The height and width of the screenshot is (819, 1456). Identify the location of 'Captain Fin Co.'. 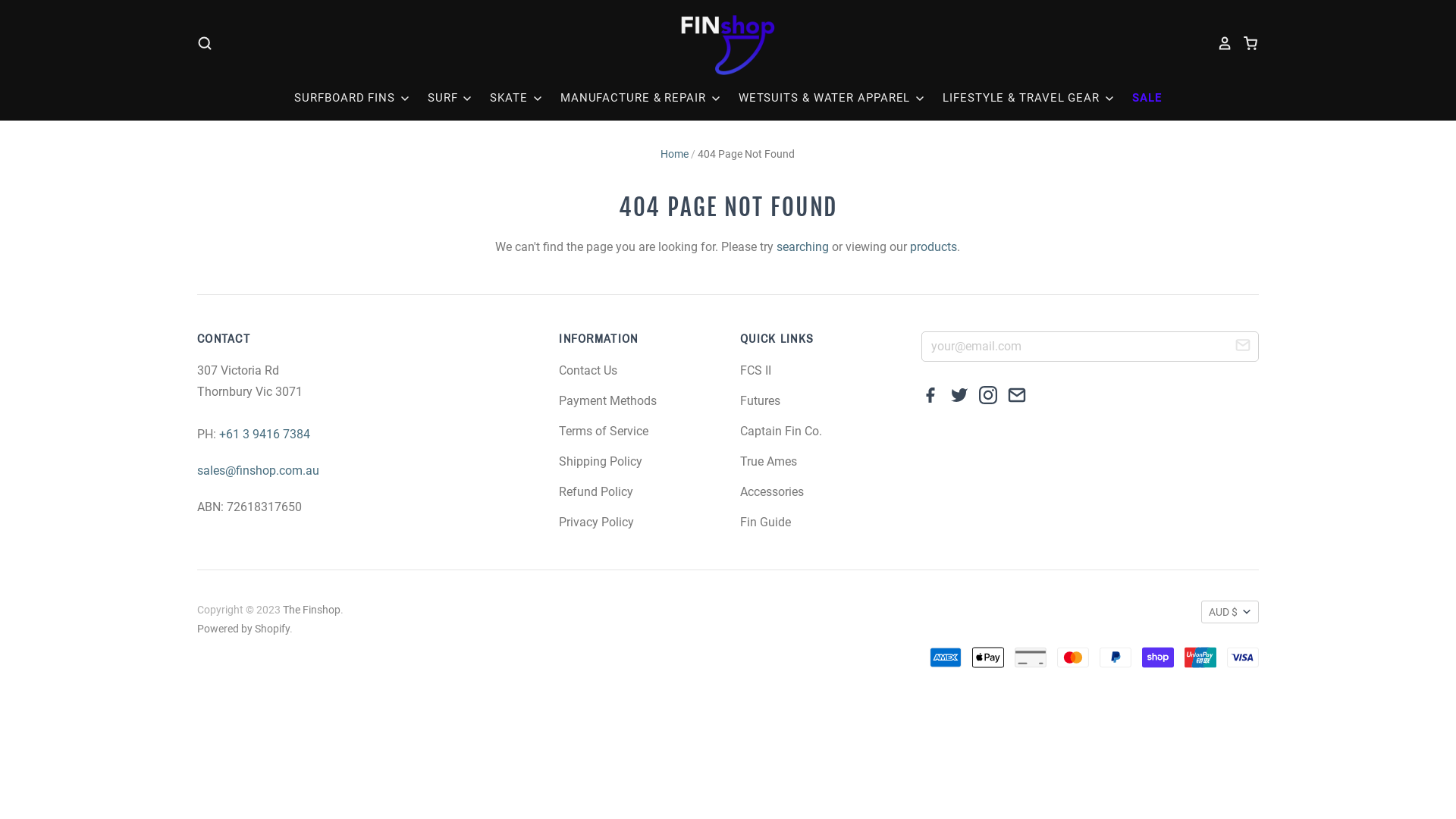
(781, 431).